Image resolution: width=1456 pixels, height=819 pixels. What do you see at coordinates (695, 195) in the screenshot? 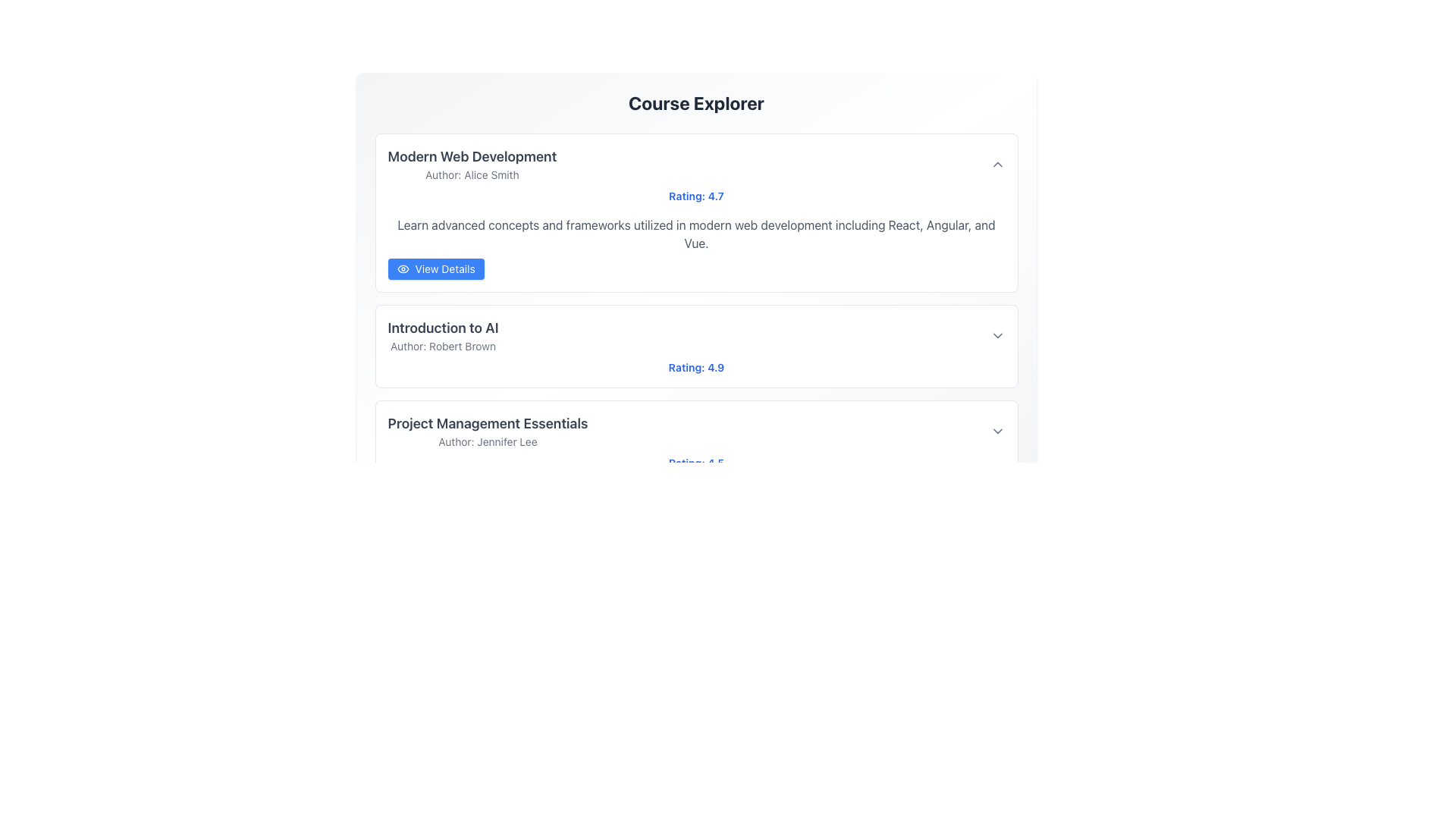
I see `the text label element displaying 'Rating: 4.7', which is styled in blue and bold, located just below the title 'Modern Web Development'` at bounding box center [695, 195].